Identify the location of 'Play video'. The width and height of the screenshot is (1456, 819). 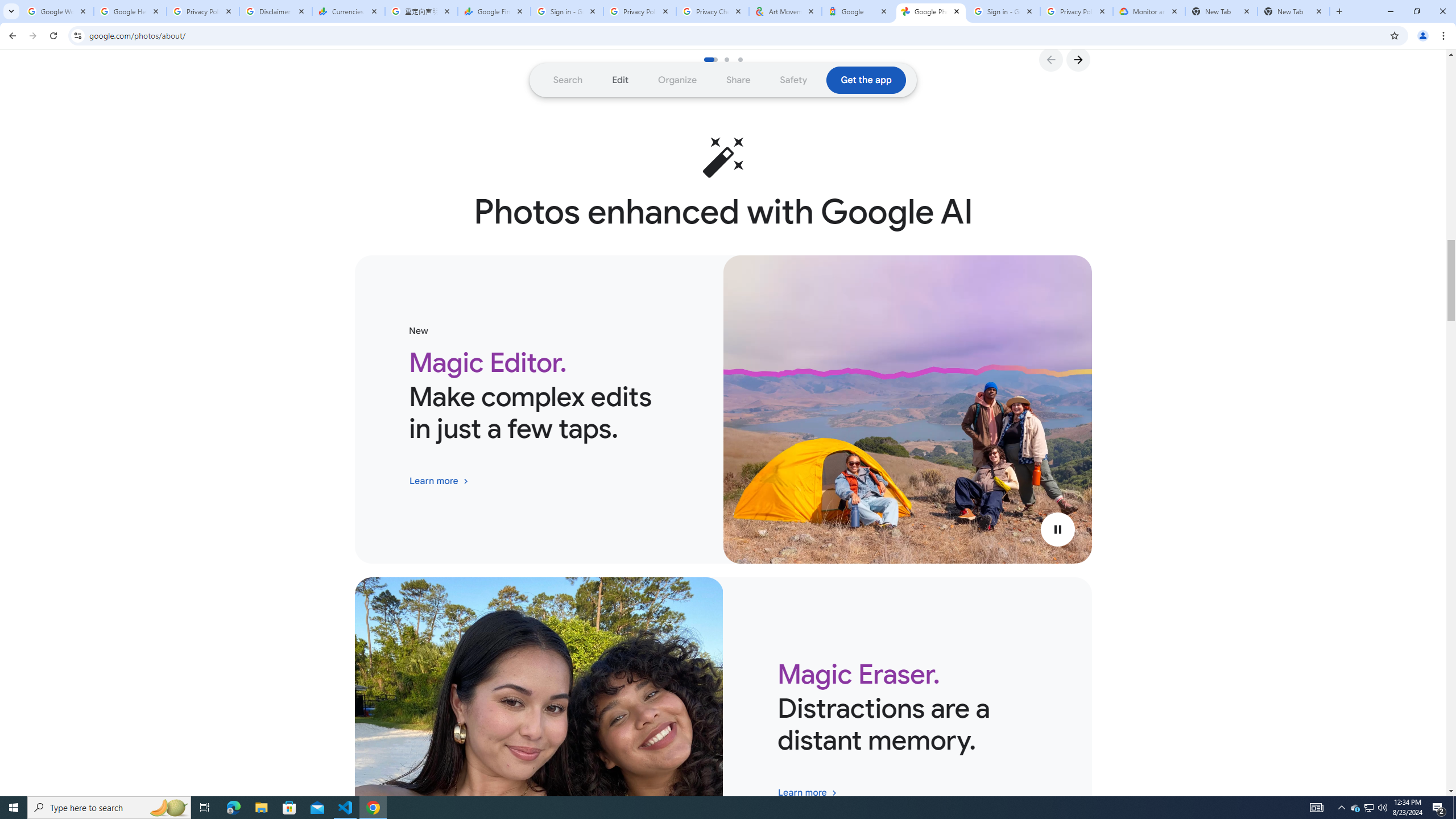
(1057, 529).